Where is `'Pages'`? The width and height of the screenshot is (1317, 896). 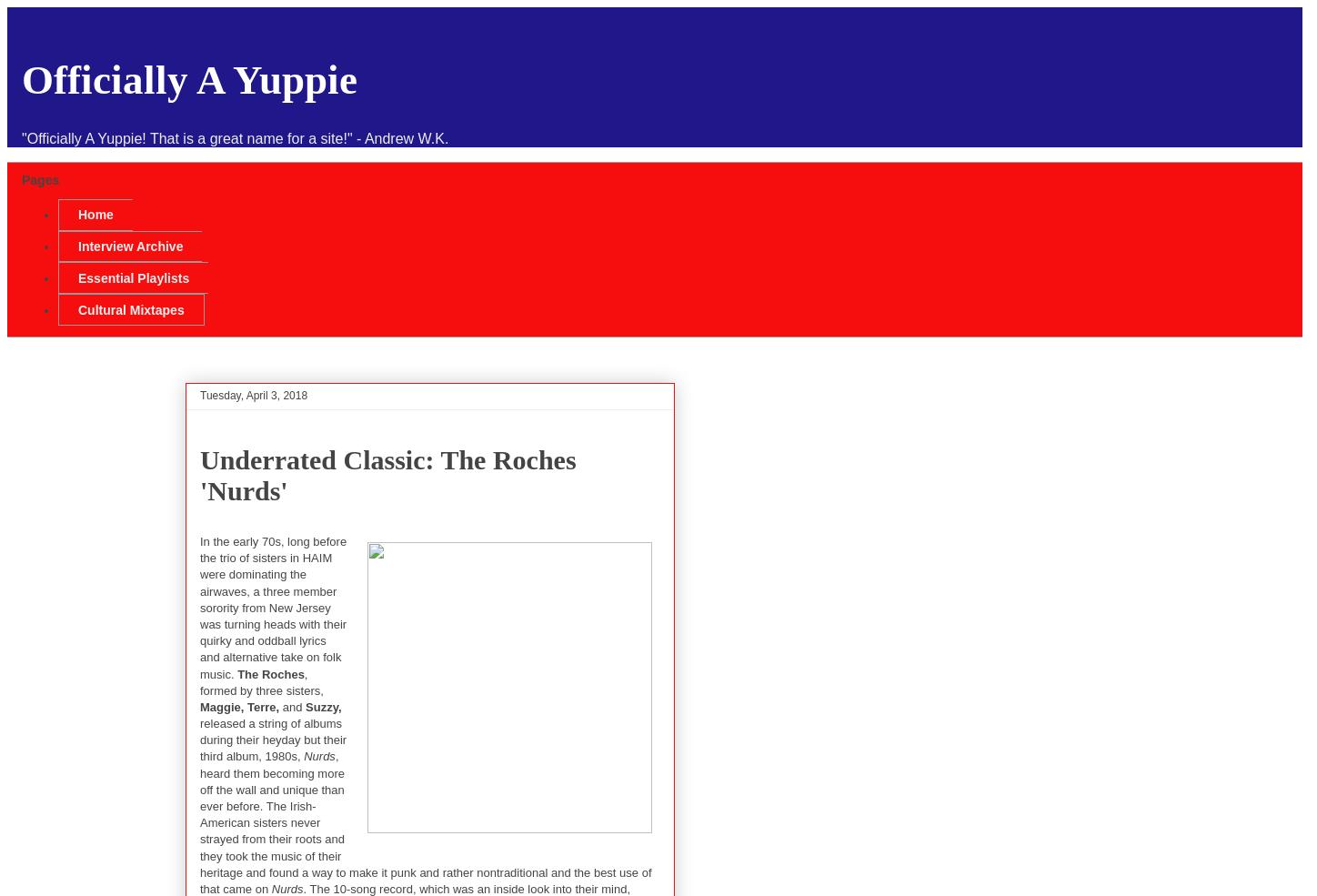
'Pages' is located at coordinates (40, 179).